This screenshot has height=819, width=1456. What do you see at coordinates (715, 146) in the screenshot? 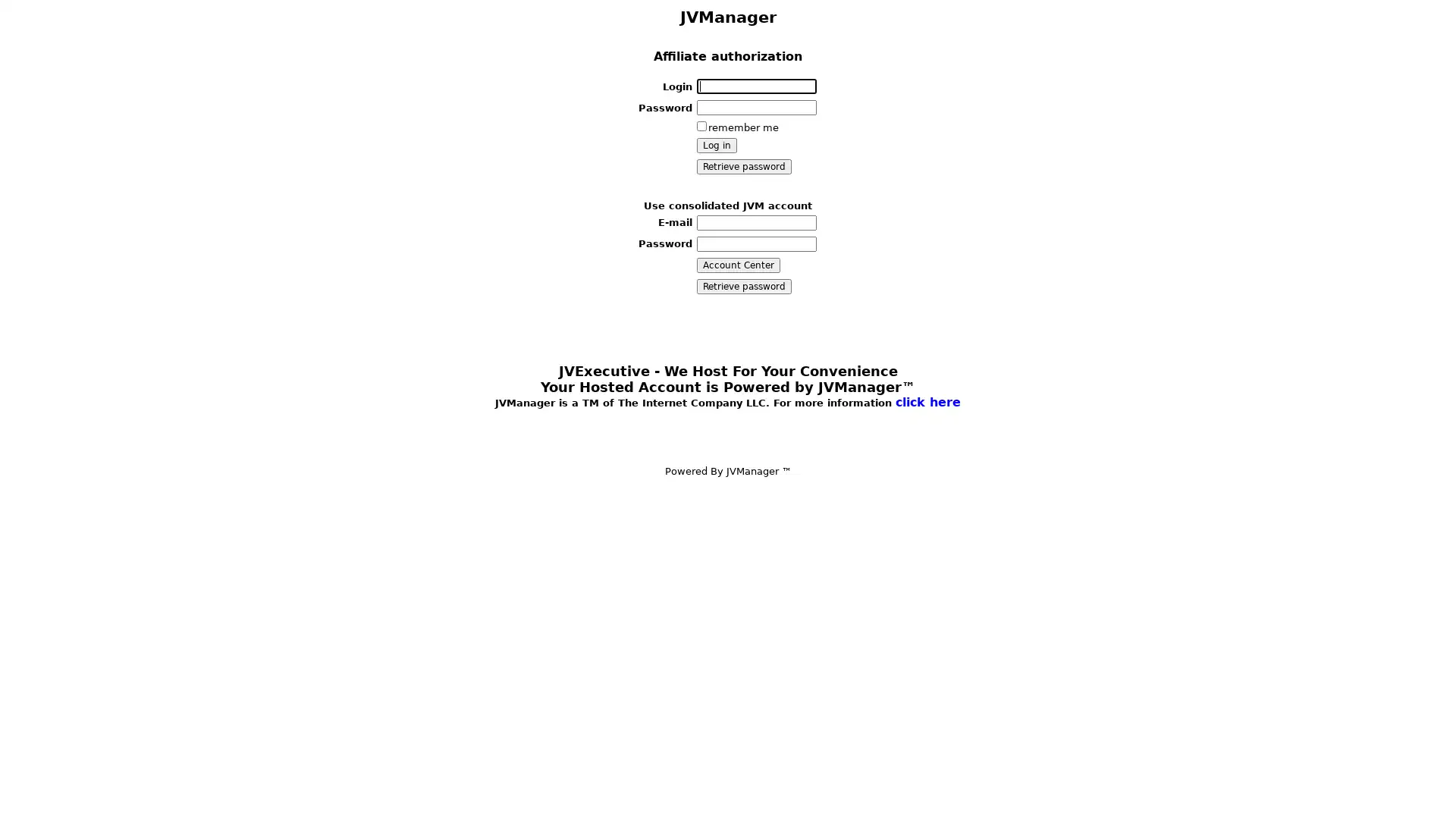
I see `Log in` at bounding box center [715, 146].